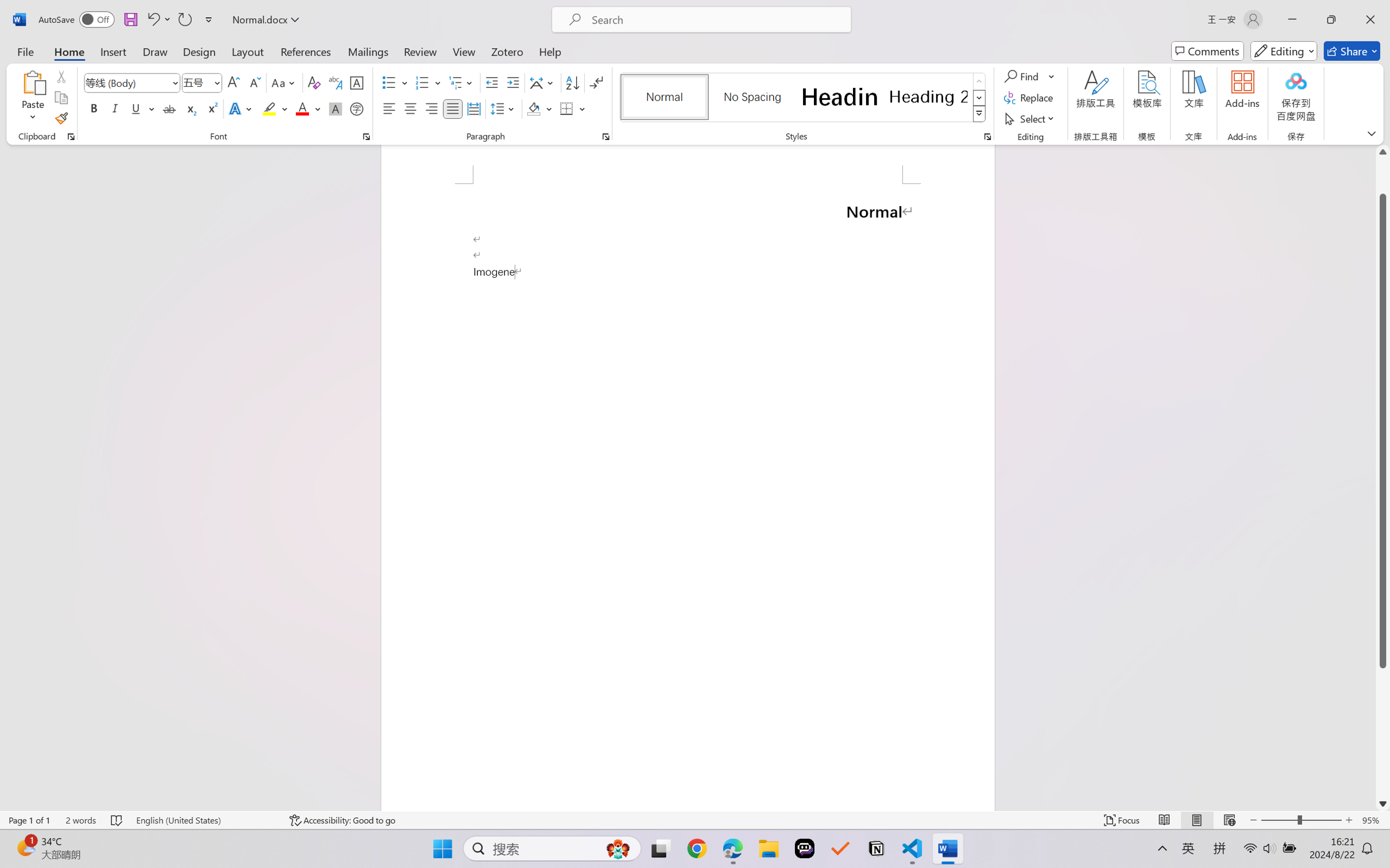 The height and width of the screenshot is (868, 1390). Describe the element at coordinates (432, 108) in the screenshot. I see `'Align Right'` at that location.